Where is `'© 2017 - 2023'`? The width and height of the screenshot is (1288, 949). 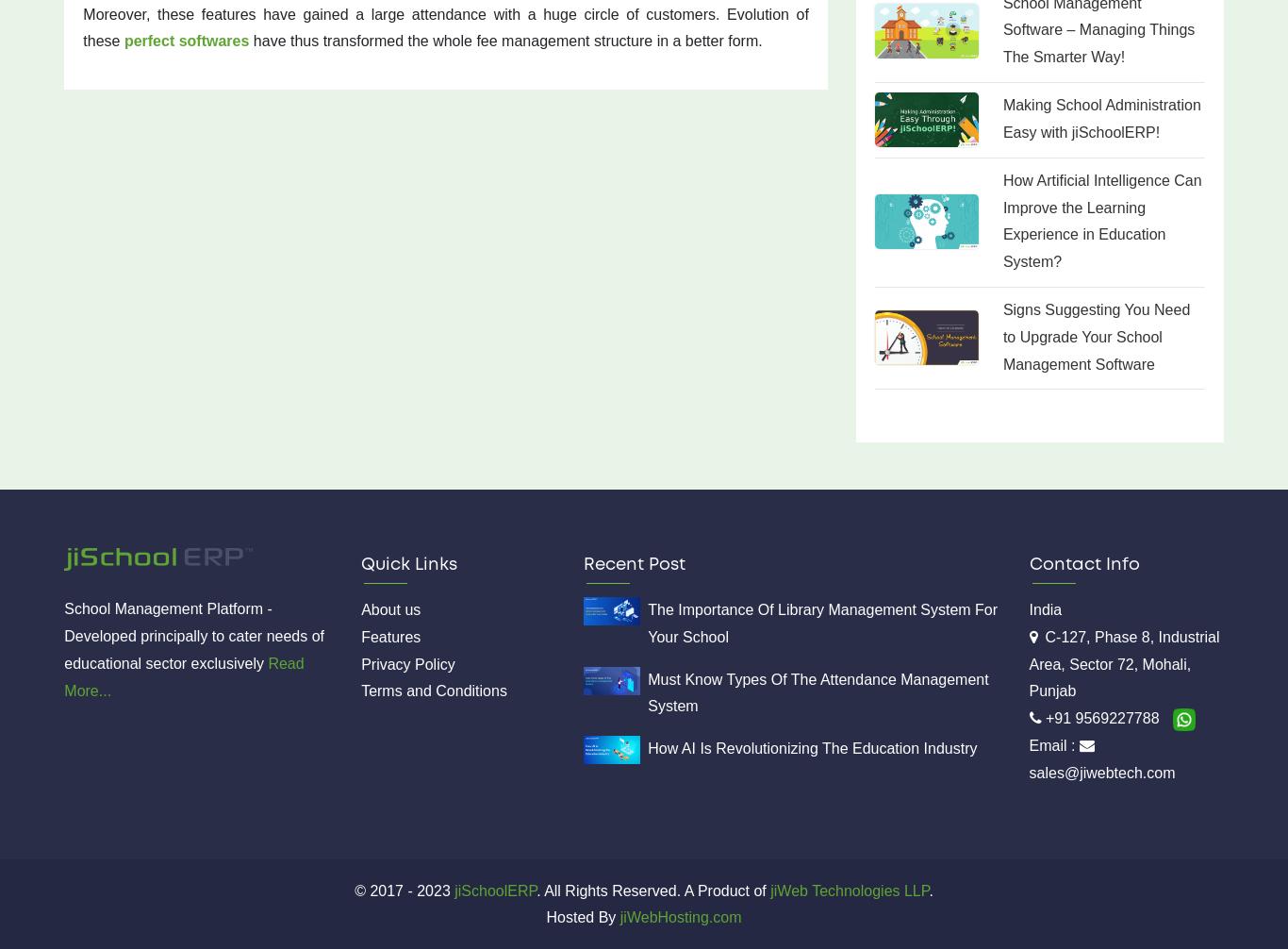 '© 2017 - 2023' is located at coordinates (401, 889).